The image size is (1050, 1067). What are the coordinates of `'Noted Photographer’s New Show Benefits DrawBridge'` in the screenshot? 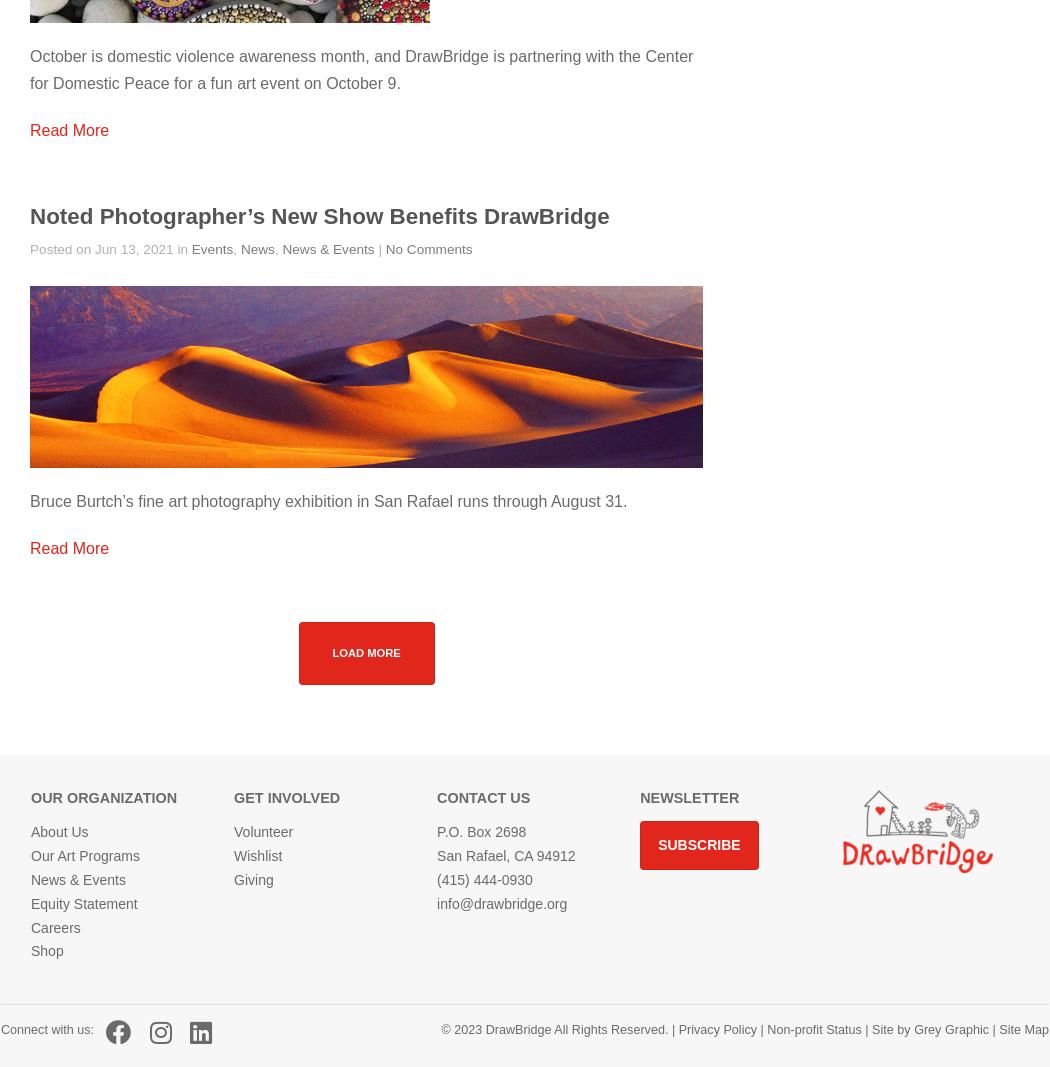 It's located at (319, 216).